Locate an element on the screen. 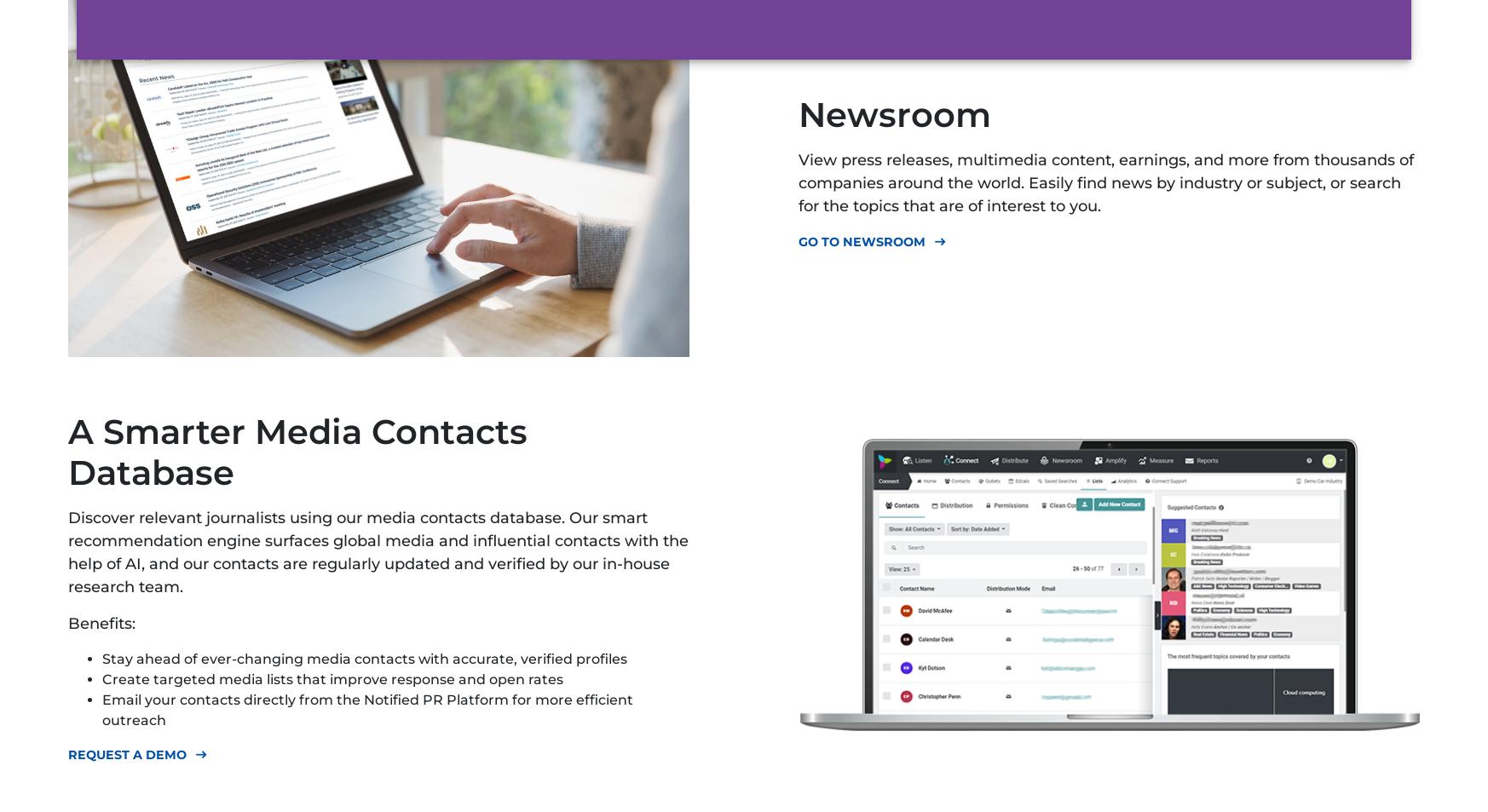 The width and height of the screenshot is (1488, 812). 'Email your contacts directly from the Notified PR Platform for more efficient outreach' is located at coordinates (101, 709).